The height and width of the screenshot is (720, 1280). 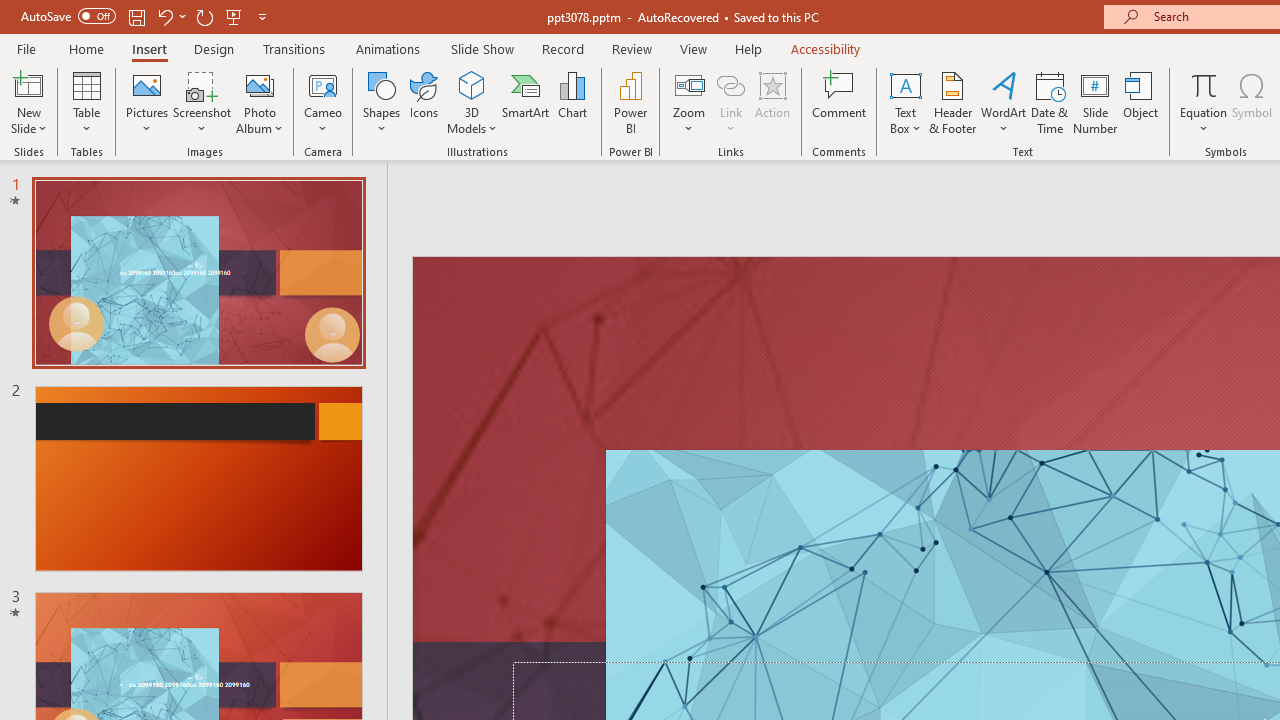 What do you see at coordinates (423, 103) in the screenshot?
I see `'Icons'` at bounding box center [423, 103].